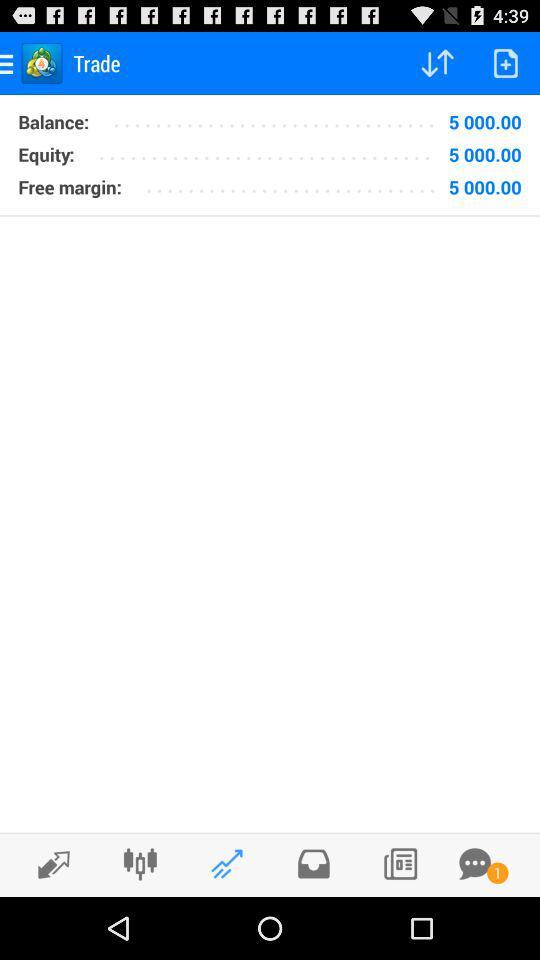 The height and width of the screenshot is (960, 540). What do you see at coordinates (139, 863) in the screenshot?
I see `settings` at bounding box center [139, 863].